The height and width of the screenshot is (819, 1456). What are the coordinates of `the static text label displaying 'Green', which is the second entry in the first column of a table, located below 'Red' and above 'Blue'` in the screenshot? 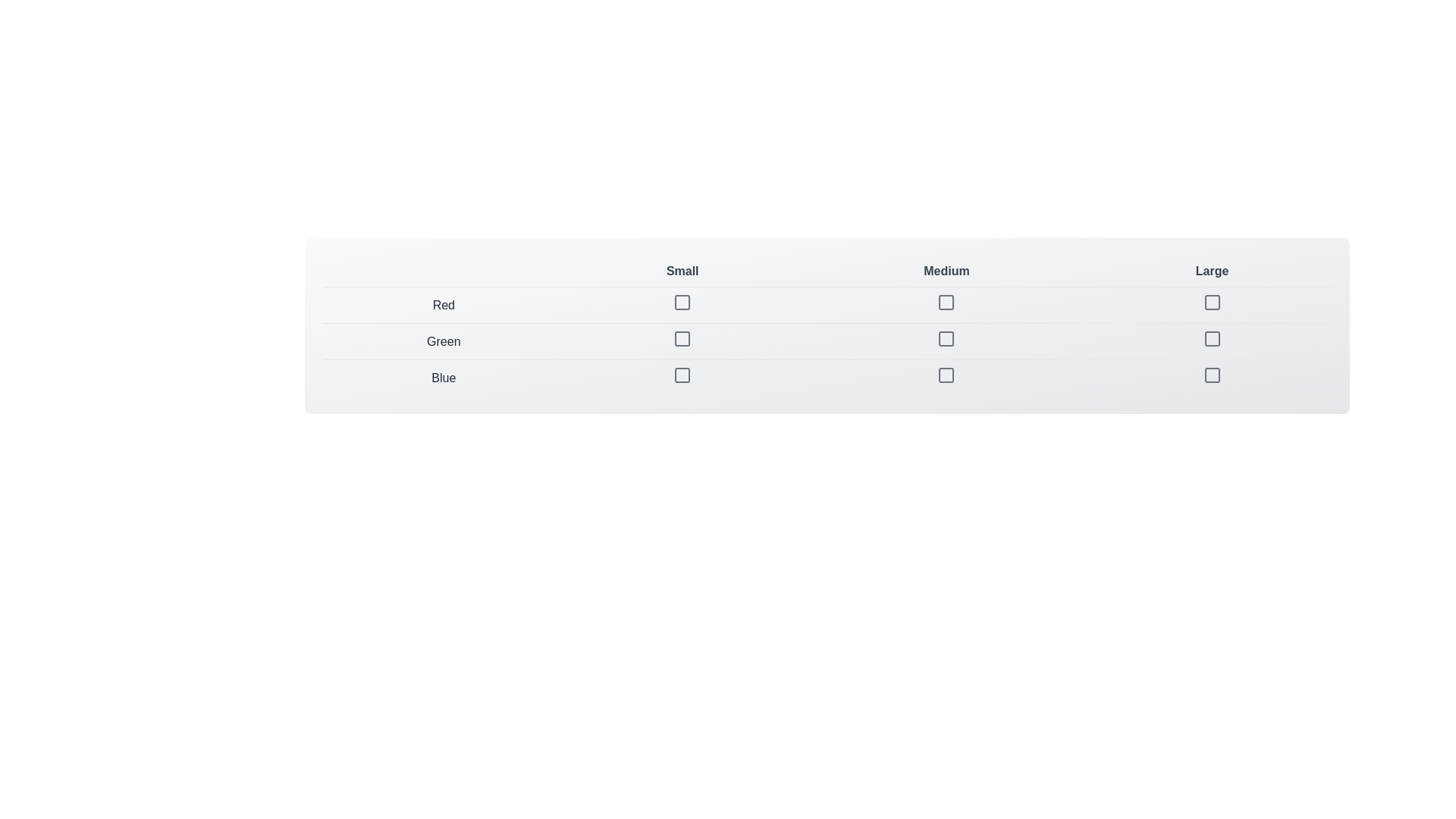 It's located at (443, 341).